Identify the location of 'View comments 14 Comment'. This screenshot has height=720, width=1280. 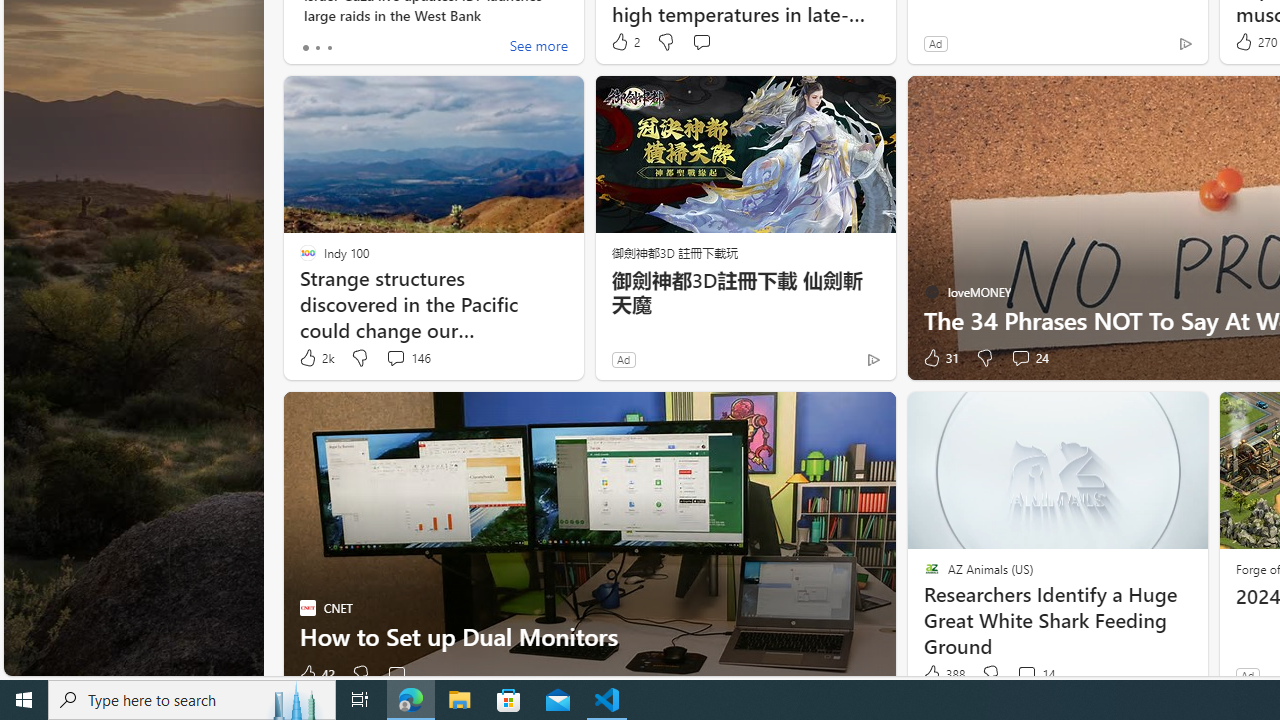
(1035, 674).